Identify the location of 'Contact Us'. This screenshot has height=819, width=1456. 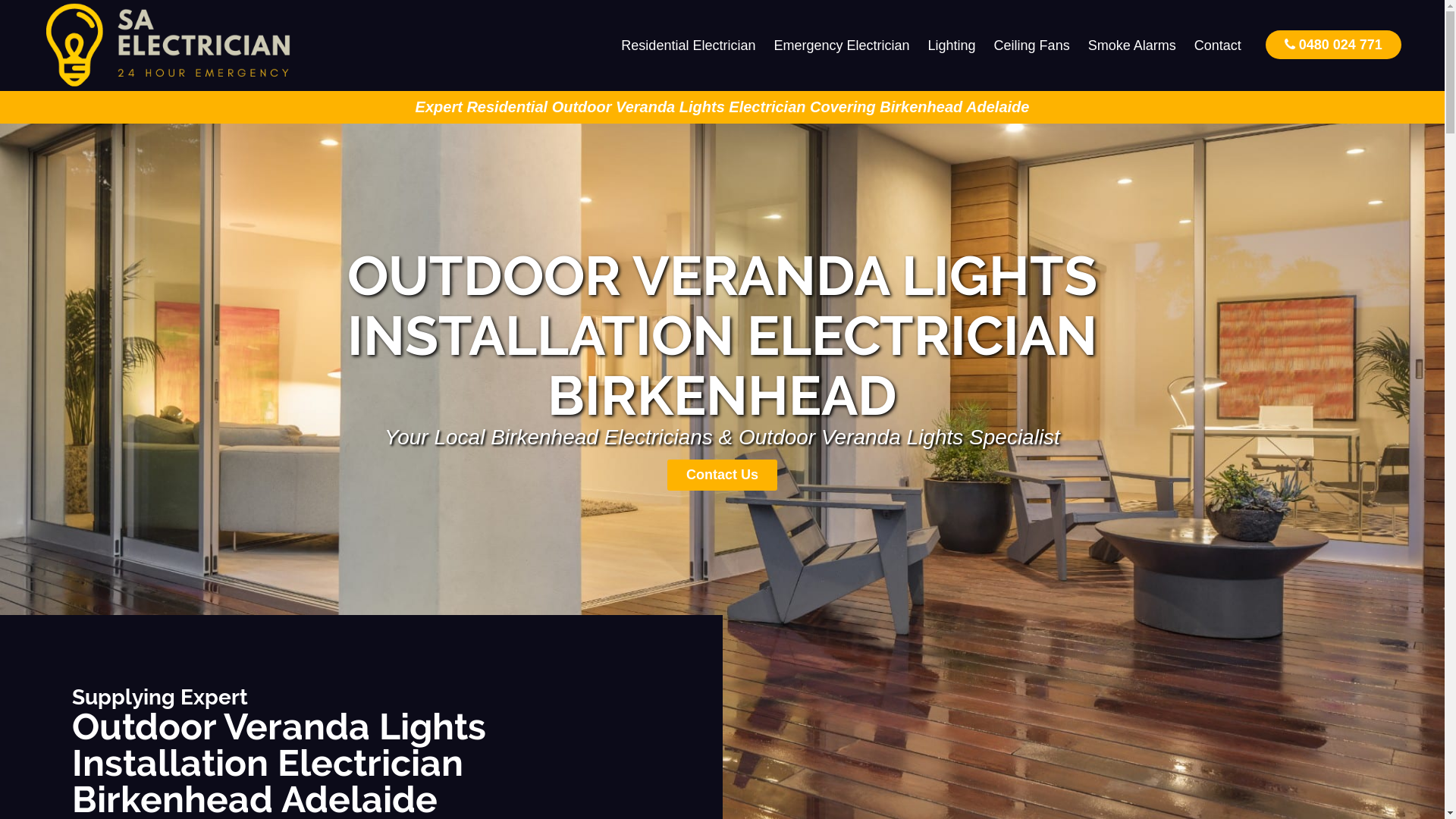
(721, 474).